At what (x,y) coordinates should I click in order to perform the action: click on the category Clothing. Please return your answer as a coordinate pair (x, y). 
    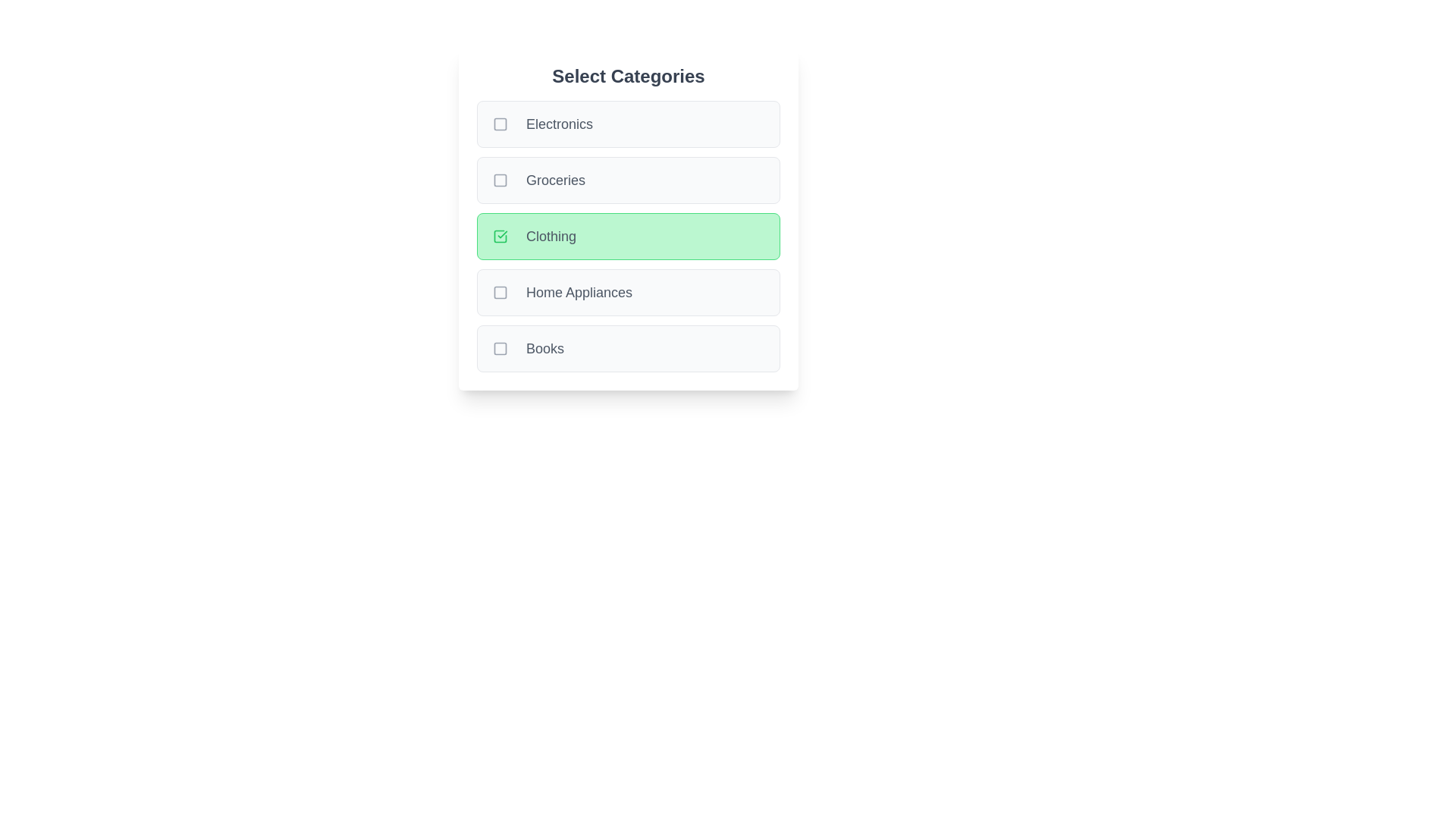
    Looking at the image, I should click on (629, 237).